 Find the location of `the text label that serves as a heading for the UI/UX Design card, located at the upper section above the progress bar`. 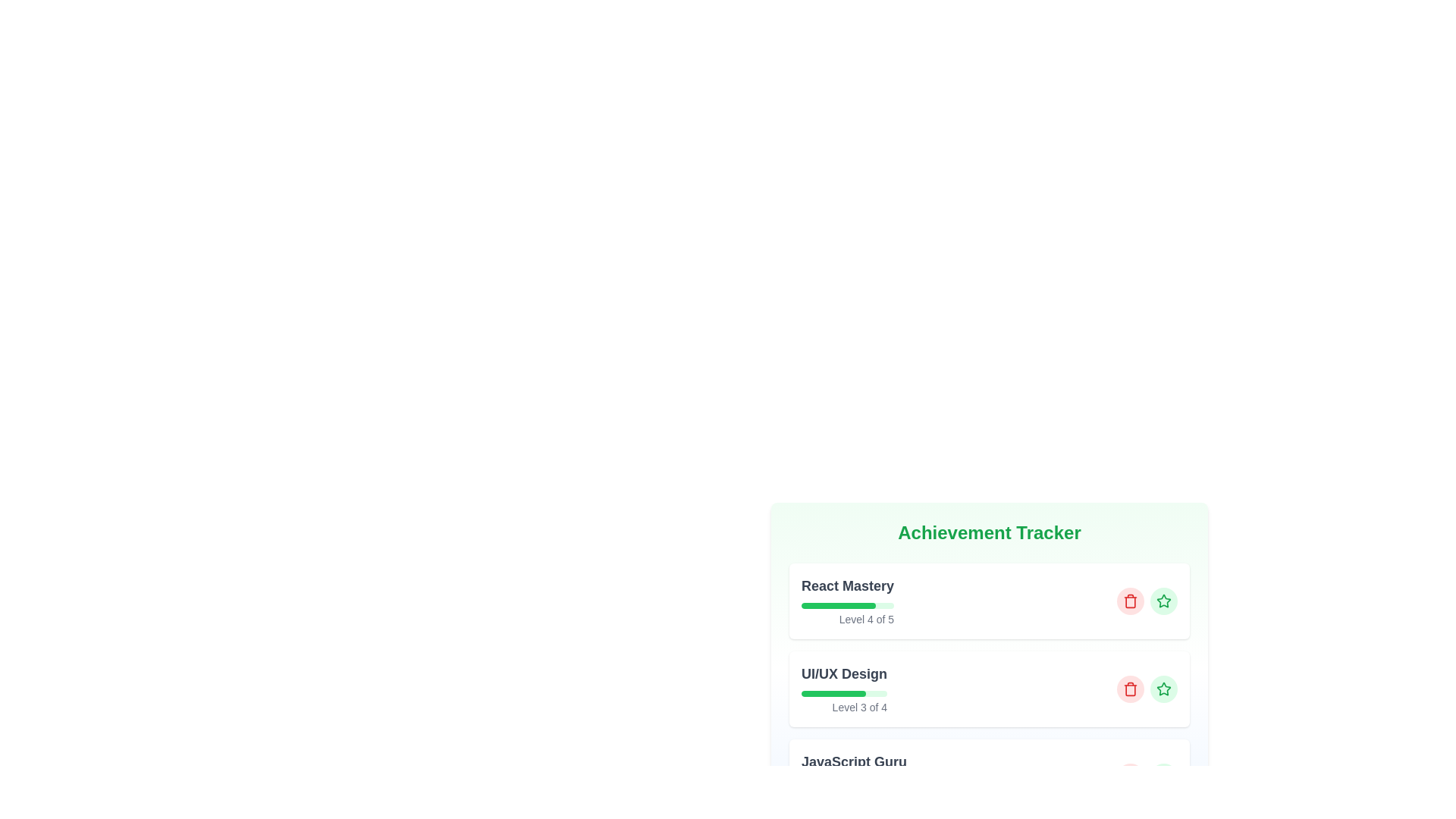

the text label that serves as a heading for the UI/UX Design card, located at the upper section above the progress bar is located at coordinates (843, 673).